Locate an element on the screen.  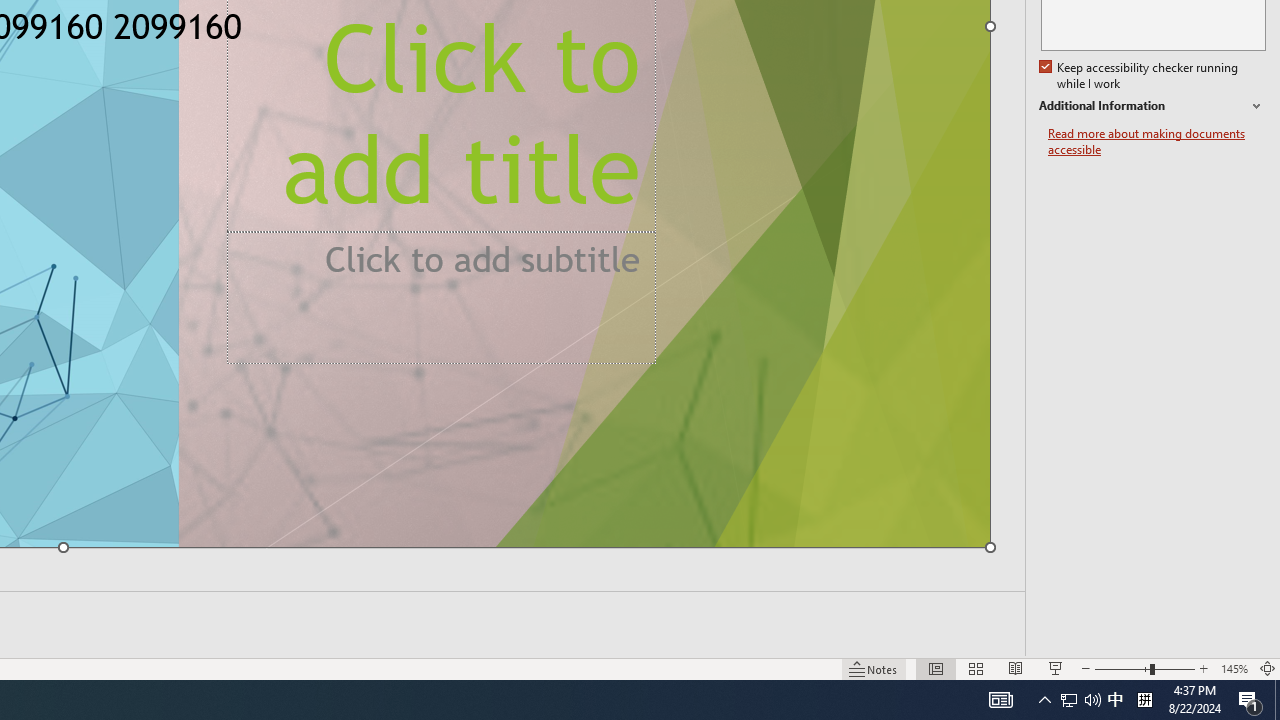
'Zoom 145%' is located at coordinates (1233, 669).